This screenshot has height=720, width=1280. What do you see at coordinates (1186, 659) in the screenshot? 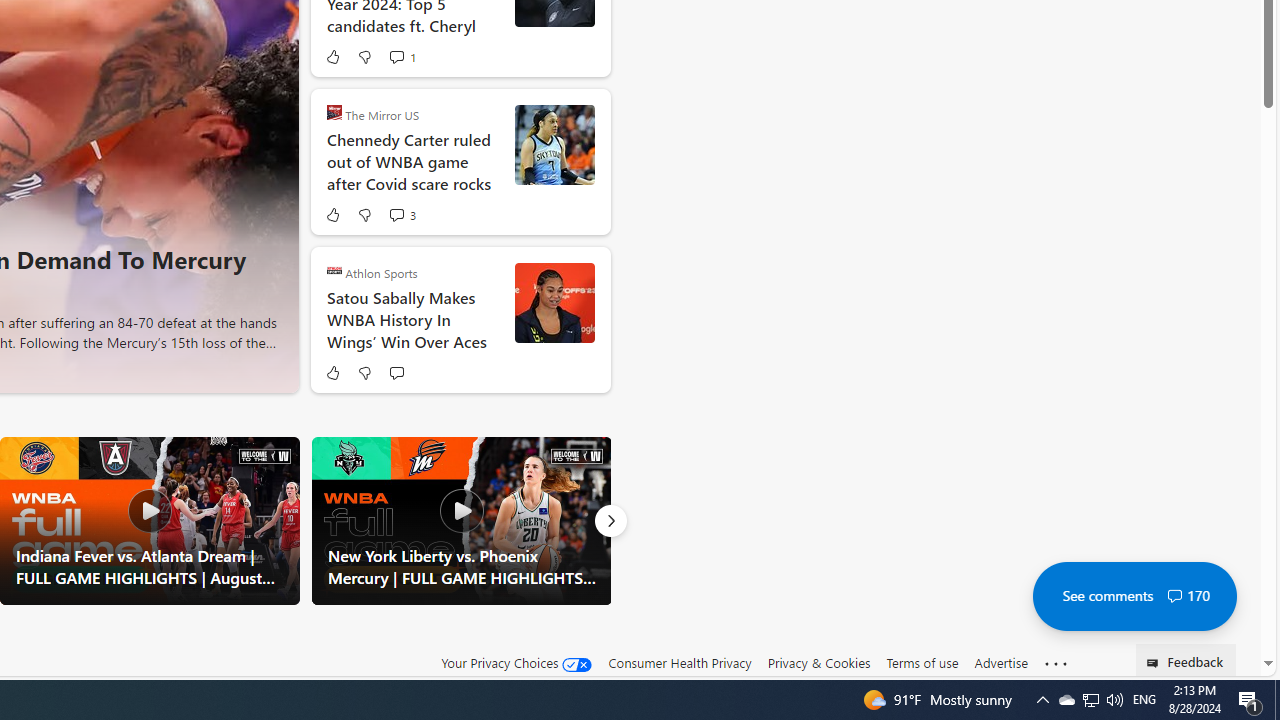
I see `'Feedback'` at bounding box center [1186, 659].